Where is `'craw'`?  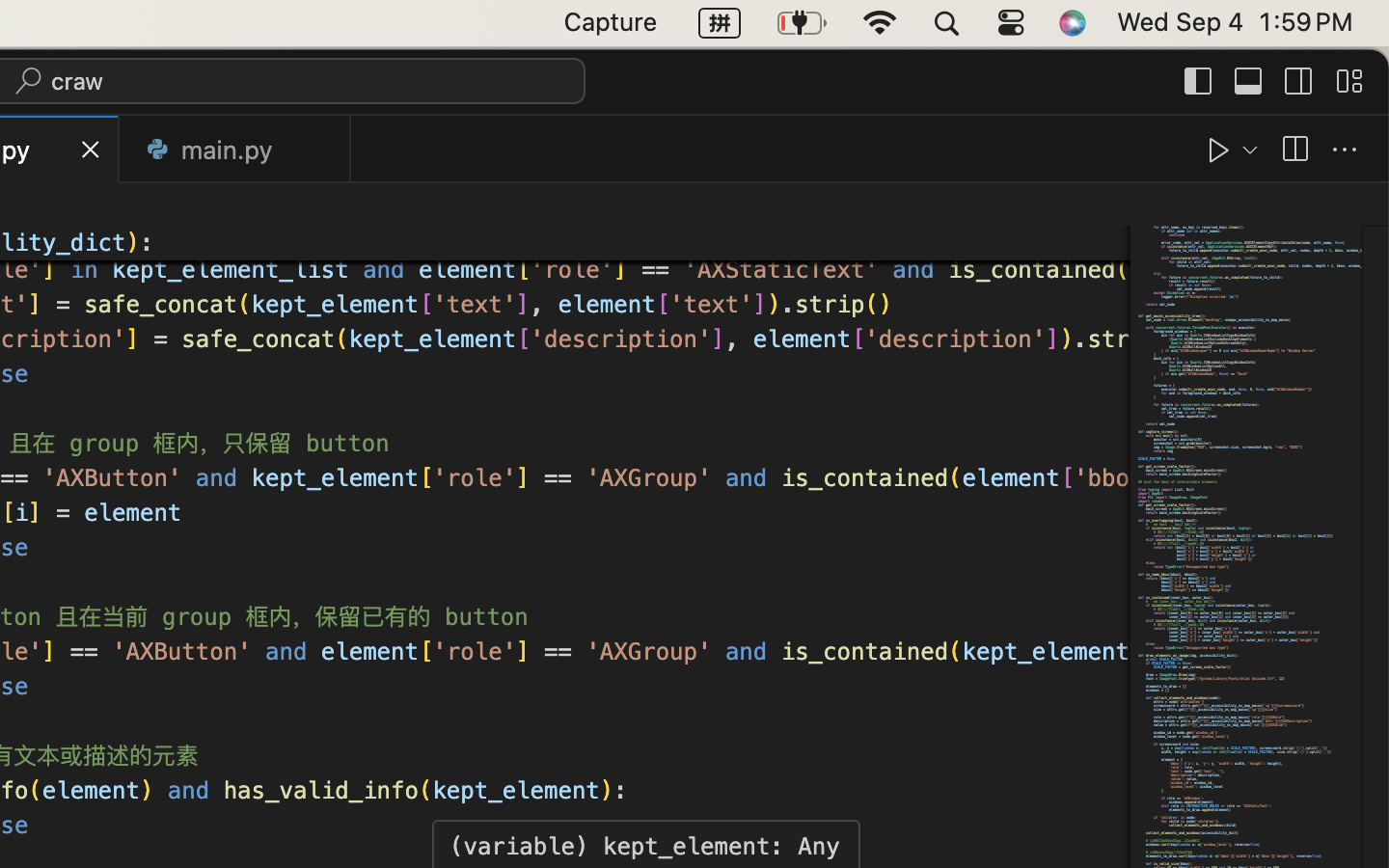
'craw' is located at coordinates (77, 79).